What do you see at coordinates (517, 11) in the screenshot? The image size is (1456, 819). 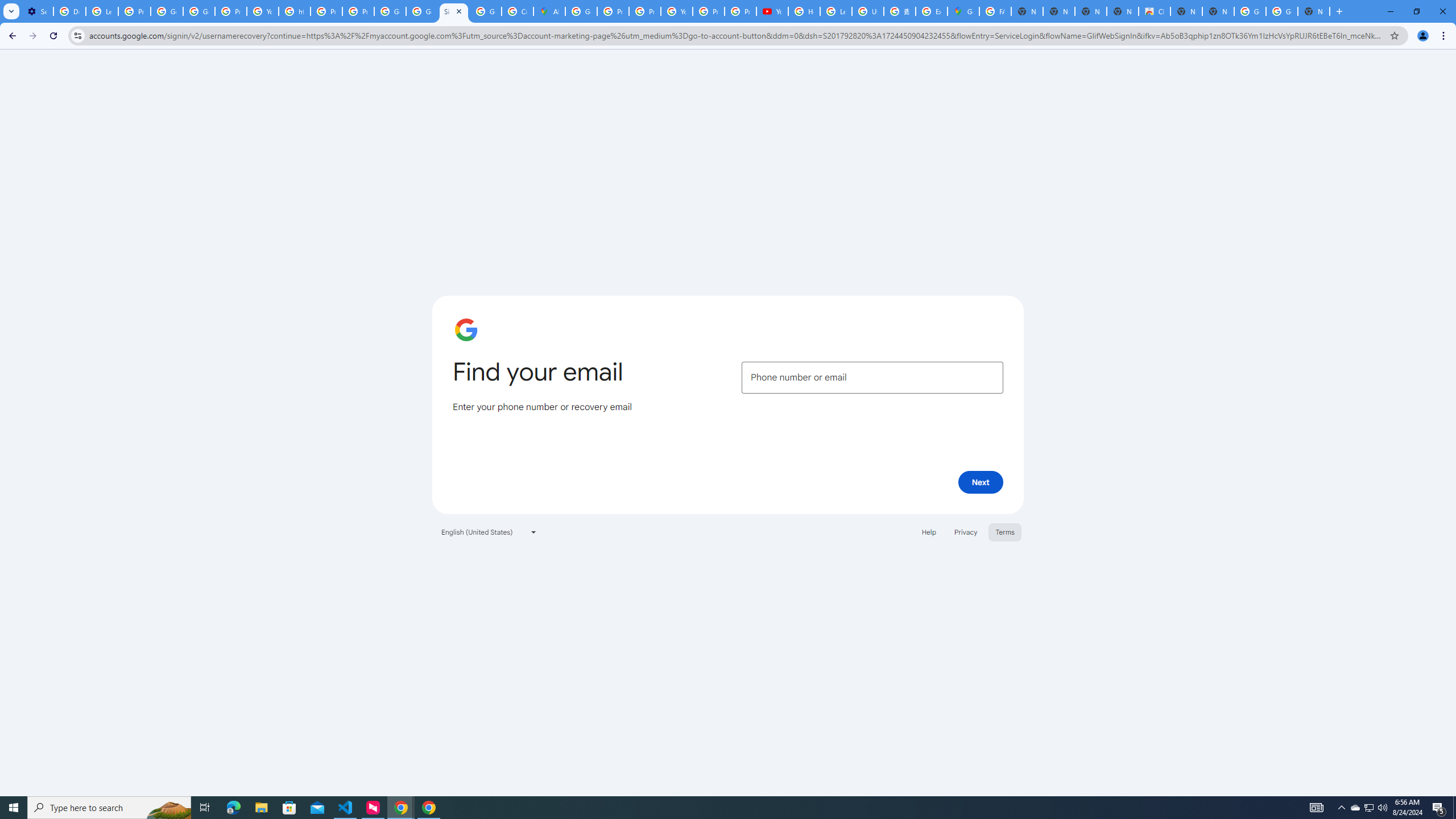 I see `'Create your Google Account'` at bounding box center [517, 11].